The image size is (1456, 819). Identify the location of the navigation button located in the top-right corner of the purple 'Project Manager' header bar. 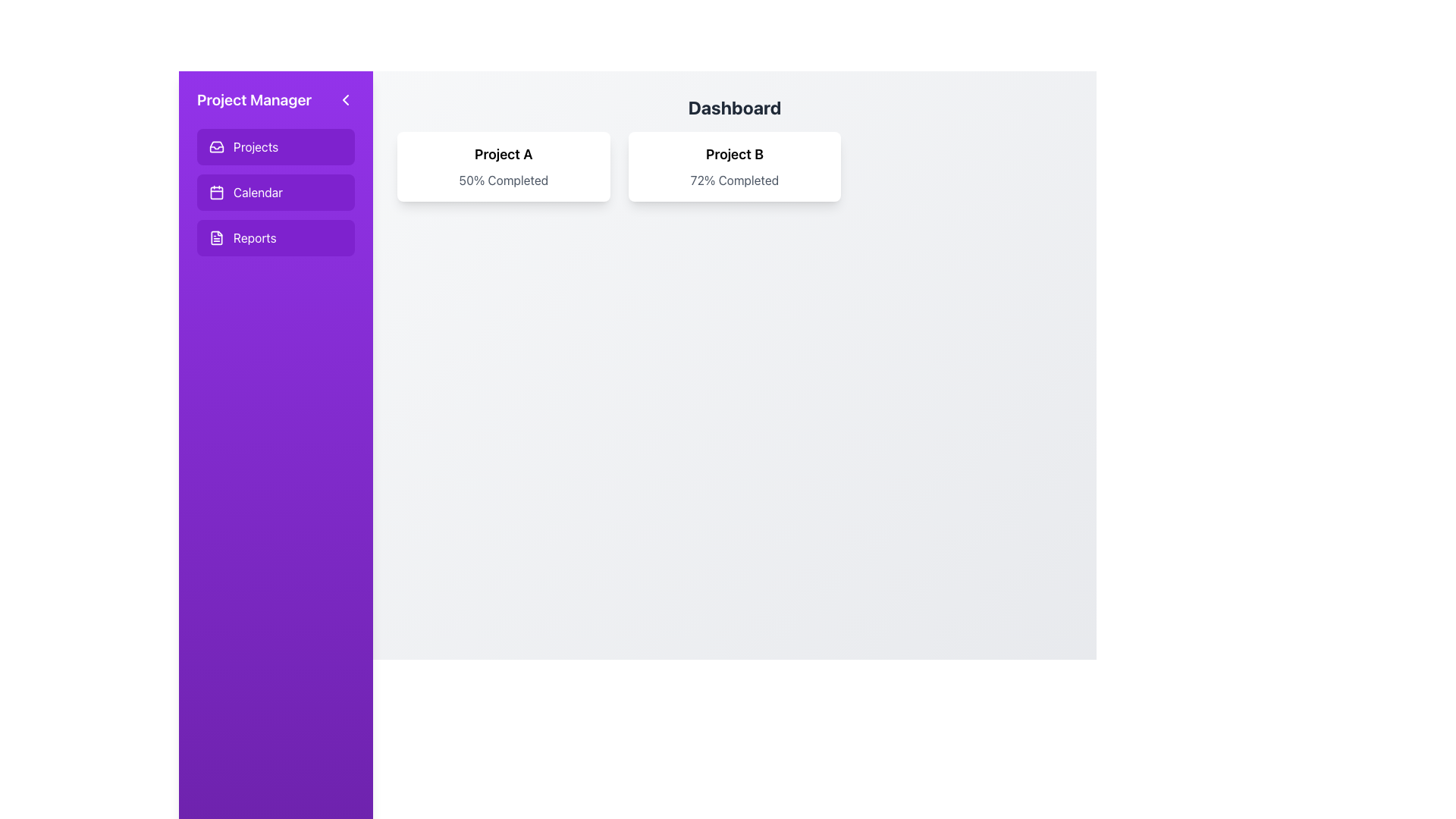
(345, 99).